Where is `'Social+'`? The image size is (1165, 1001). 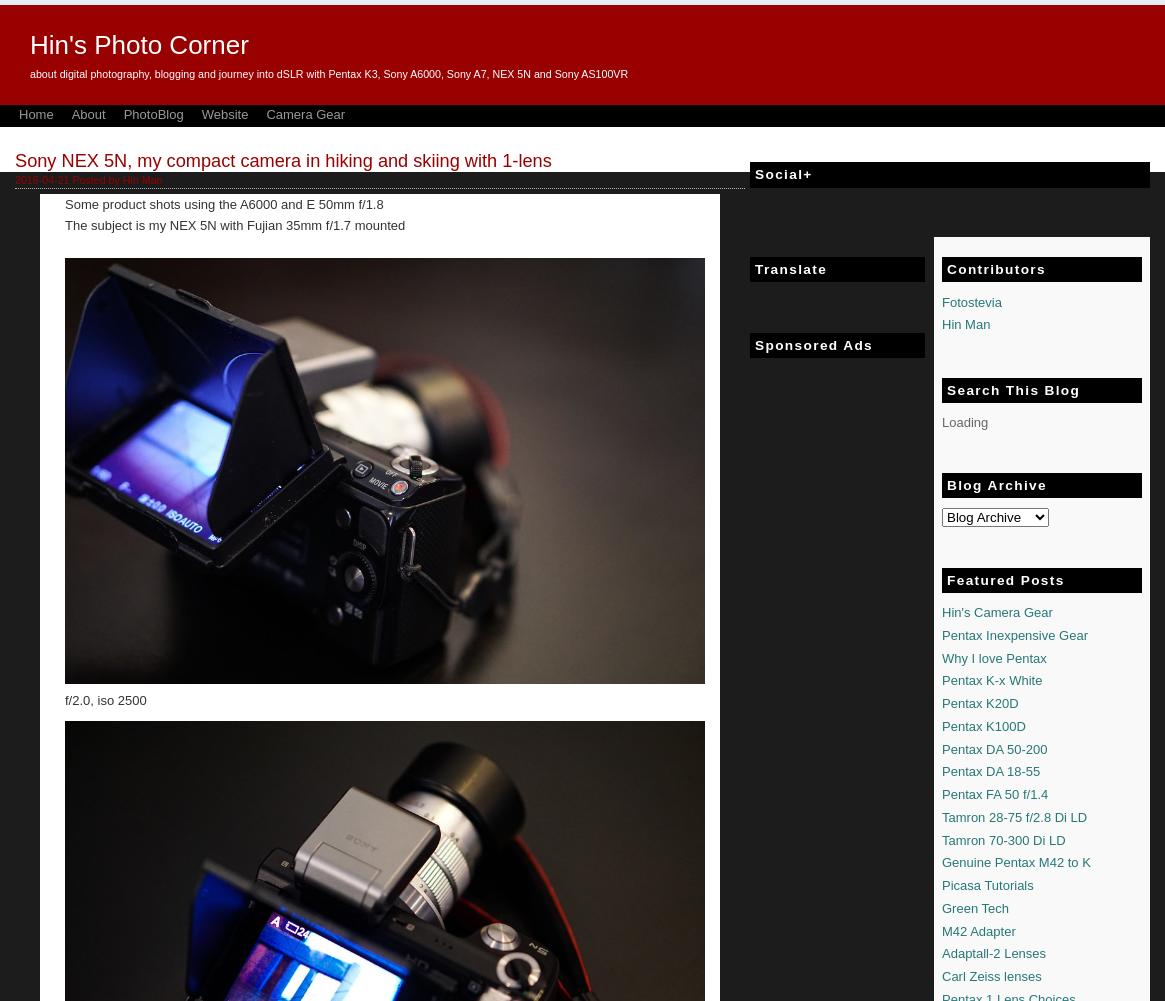
'Social+' is located at coordinates (783, 174).